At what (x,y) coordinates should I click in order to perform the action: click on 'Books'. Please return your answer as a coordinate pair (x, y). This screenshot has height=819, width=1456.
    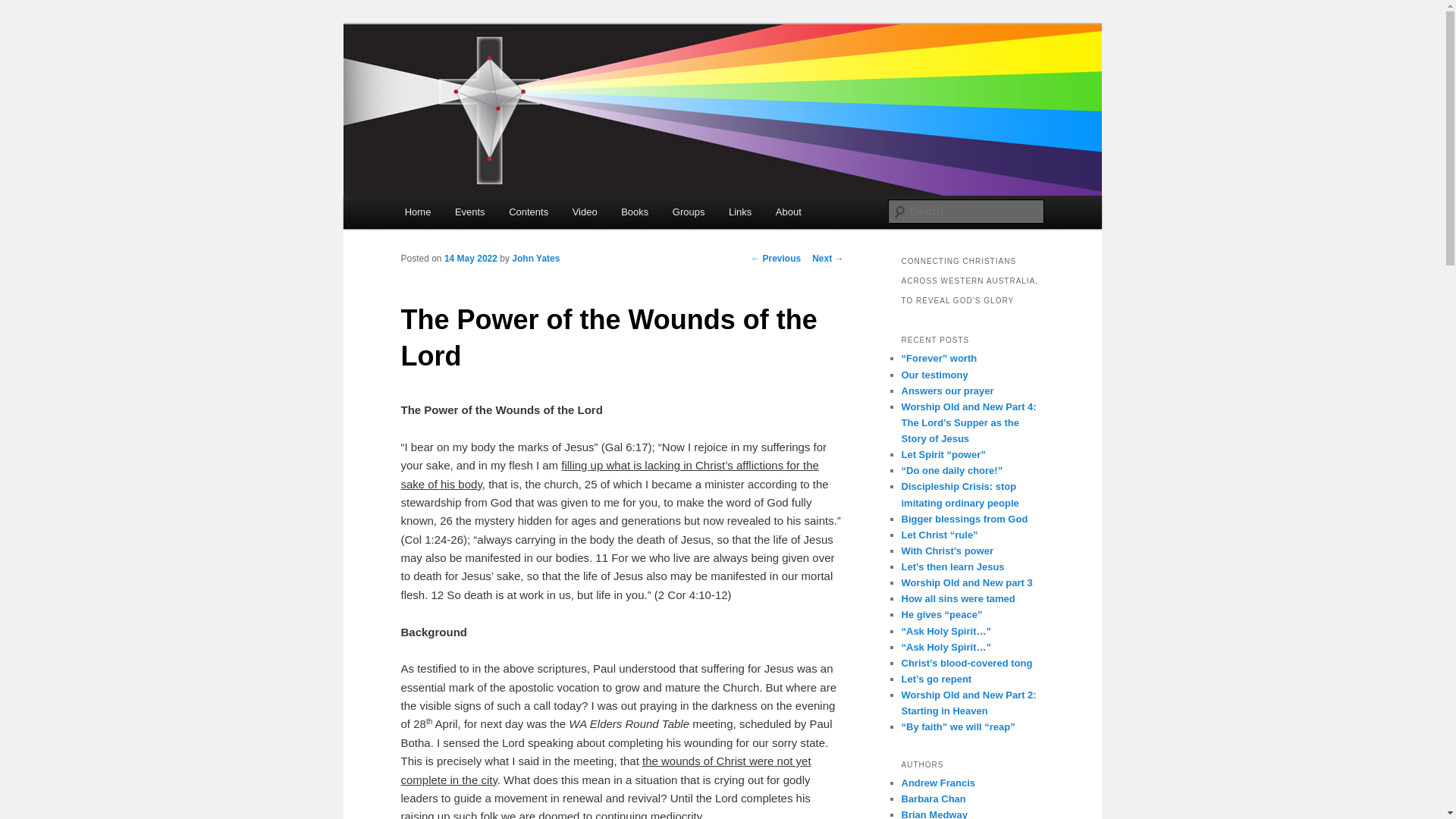
    Looking at the image, I should click on (634, 212).